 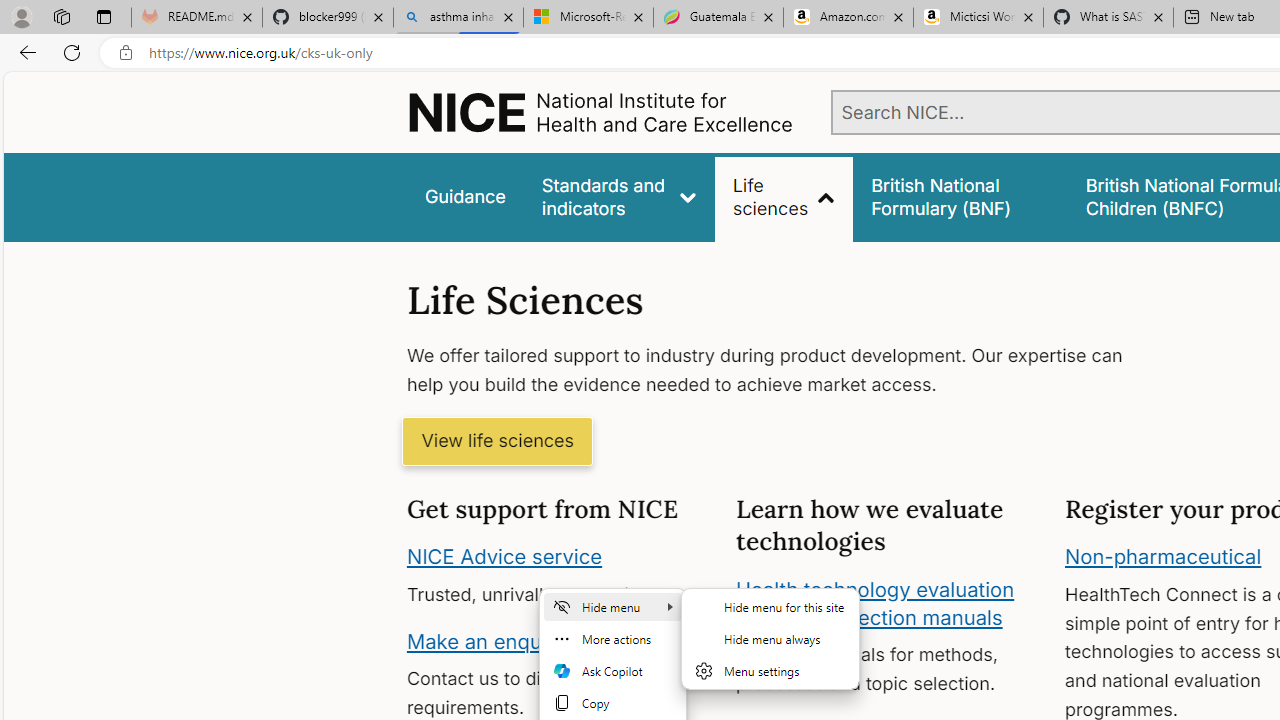 What do you see at coordinates (769, 605) in the screenshot?
I see `'Hide menu for this site'` at bounding box center [769, 605].